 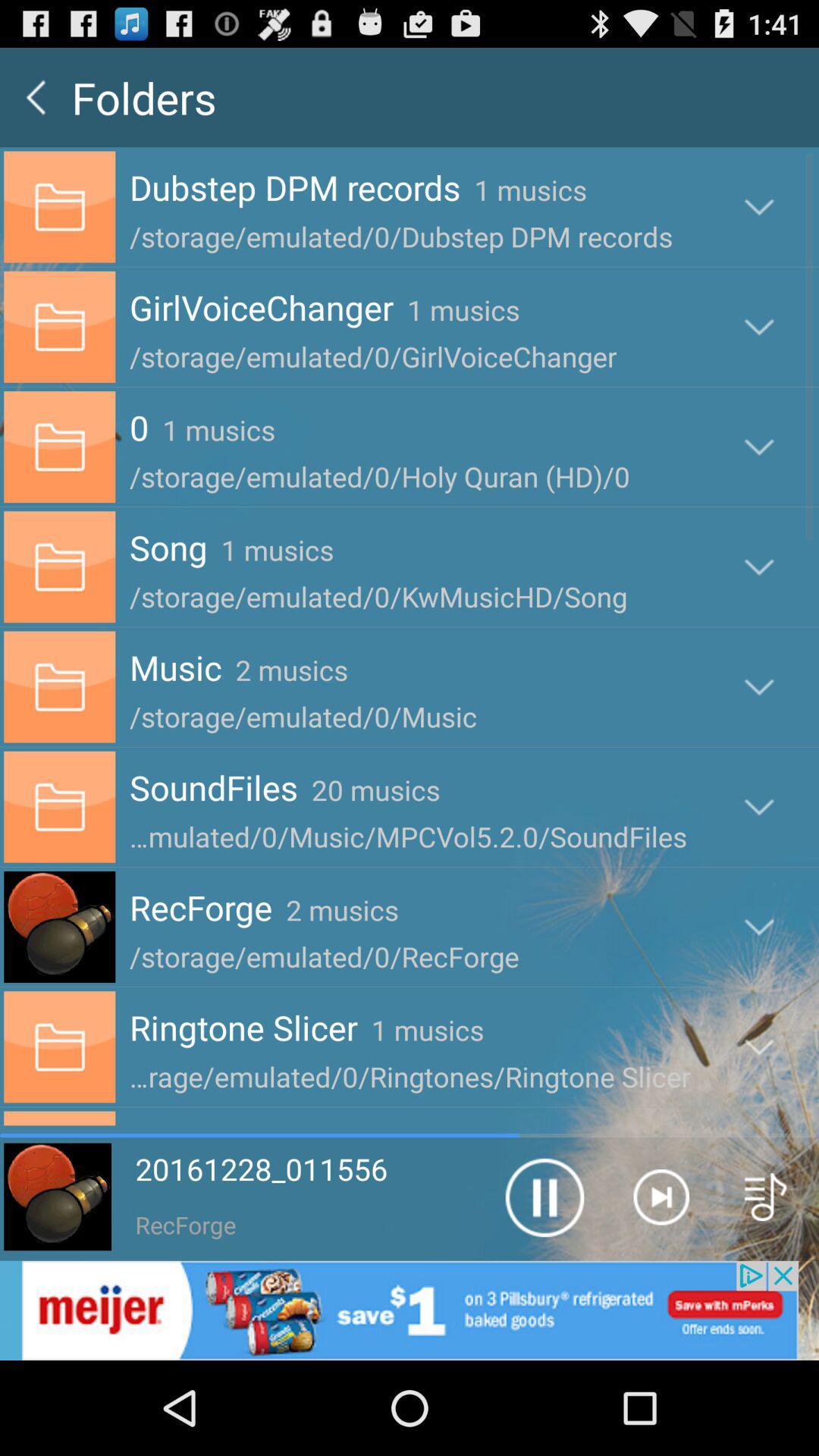 What do you see at coordinates (660, 1280) in the screenshot?
I see `the skip_next icon` at bounding box center [660, 1280].